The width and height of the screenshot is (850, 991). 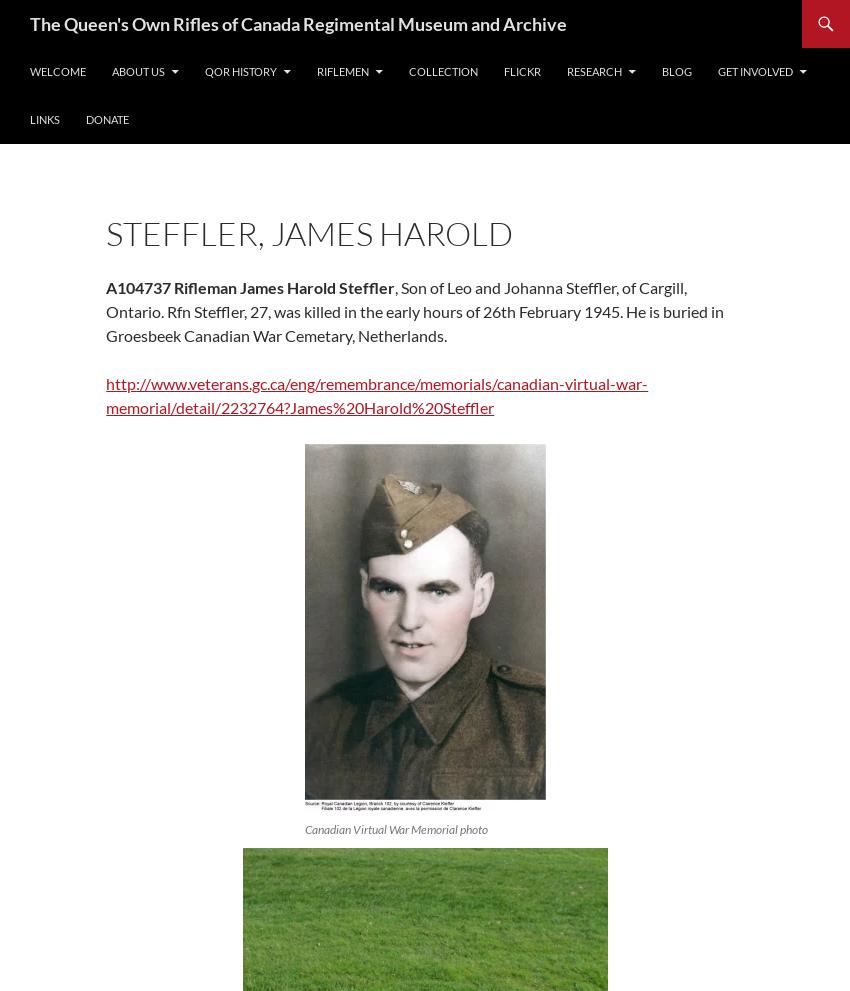 What do you see at coordinates (104, 394) in the screenshot?
I see `'http://www.veterans.gc.ca/eng/remembrance/memorials/canadian-virtual-war-memorial/detail/2232764?James%20Harold%20Steffler'` at bounding box center [104, 394].